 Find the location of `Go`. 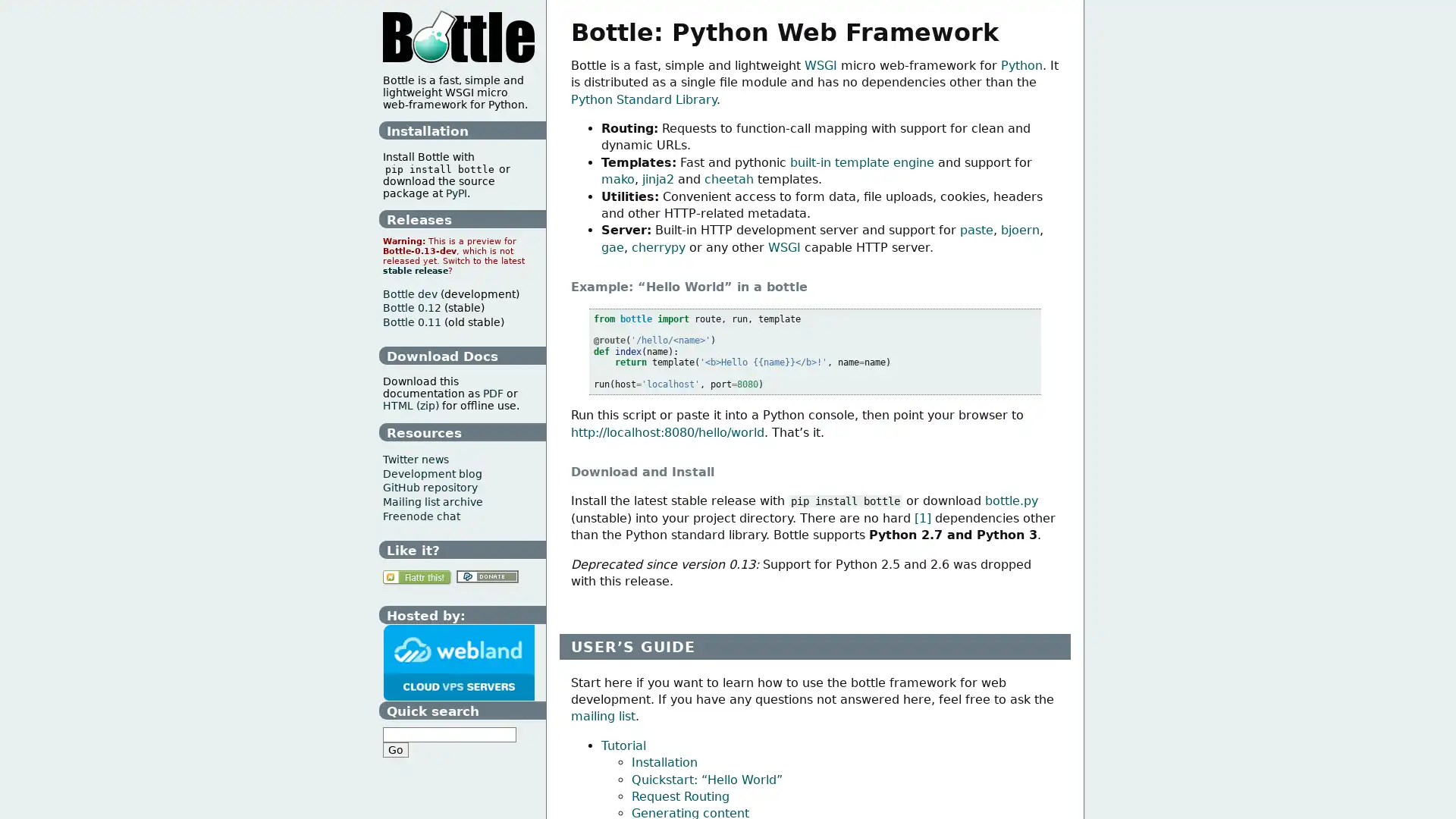

Go is located at coordinates (396, 748).